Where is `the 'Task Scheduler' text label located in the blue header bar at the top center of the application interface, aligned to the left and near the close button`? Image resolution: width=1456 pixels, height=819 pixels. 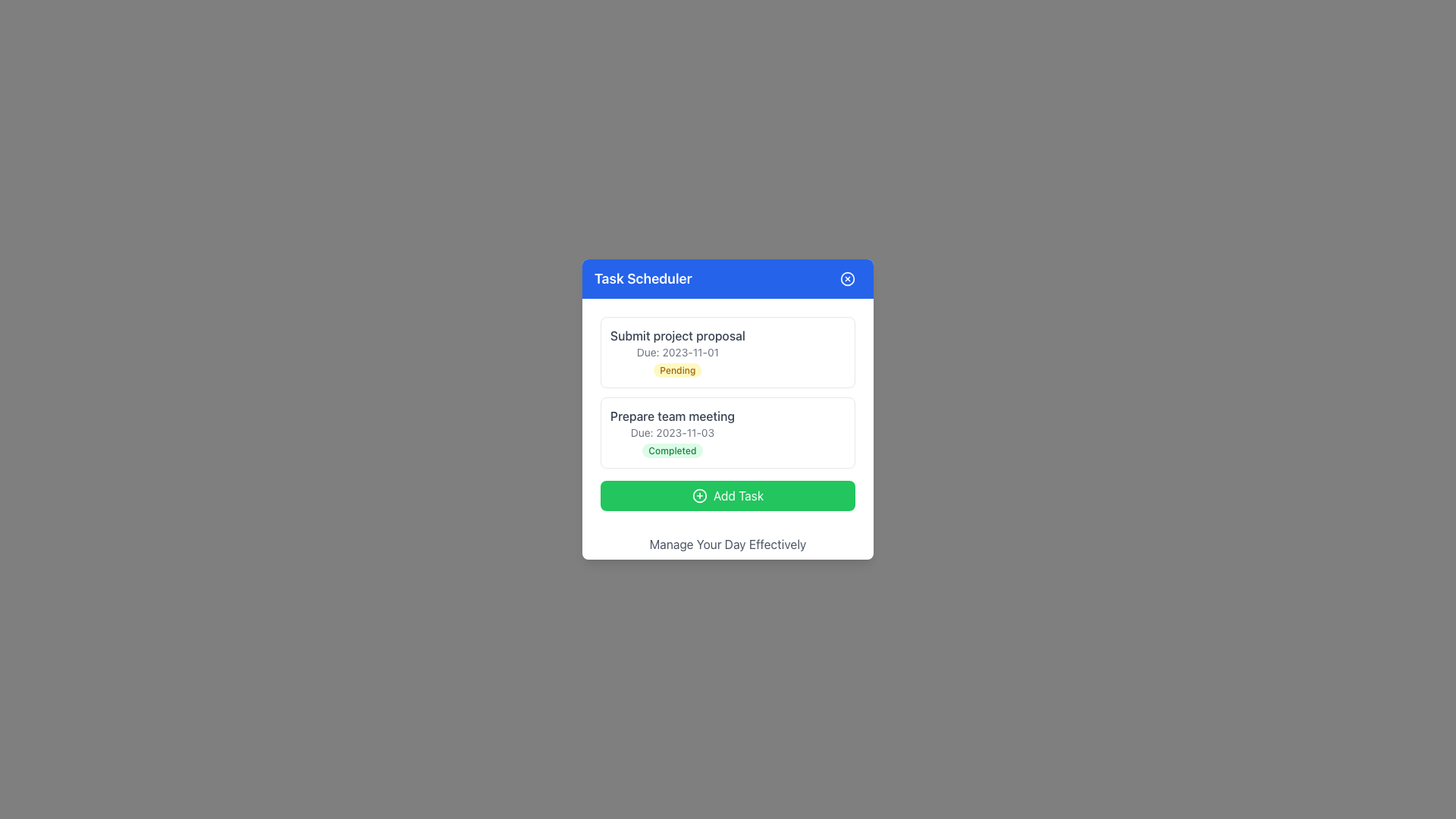 the 'Task Scheduler' text label located in the blue header bar at the top center of the application interface, aligned to the left and near the close button is located at coordinates (643, 278).